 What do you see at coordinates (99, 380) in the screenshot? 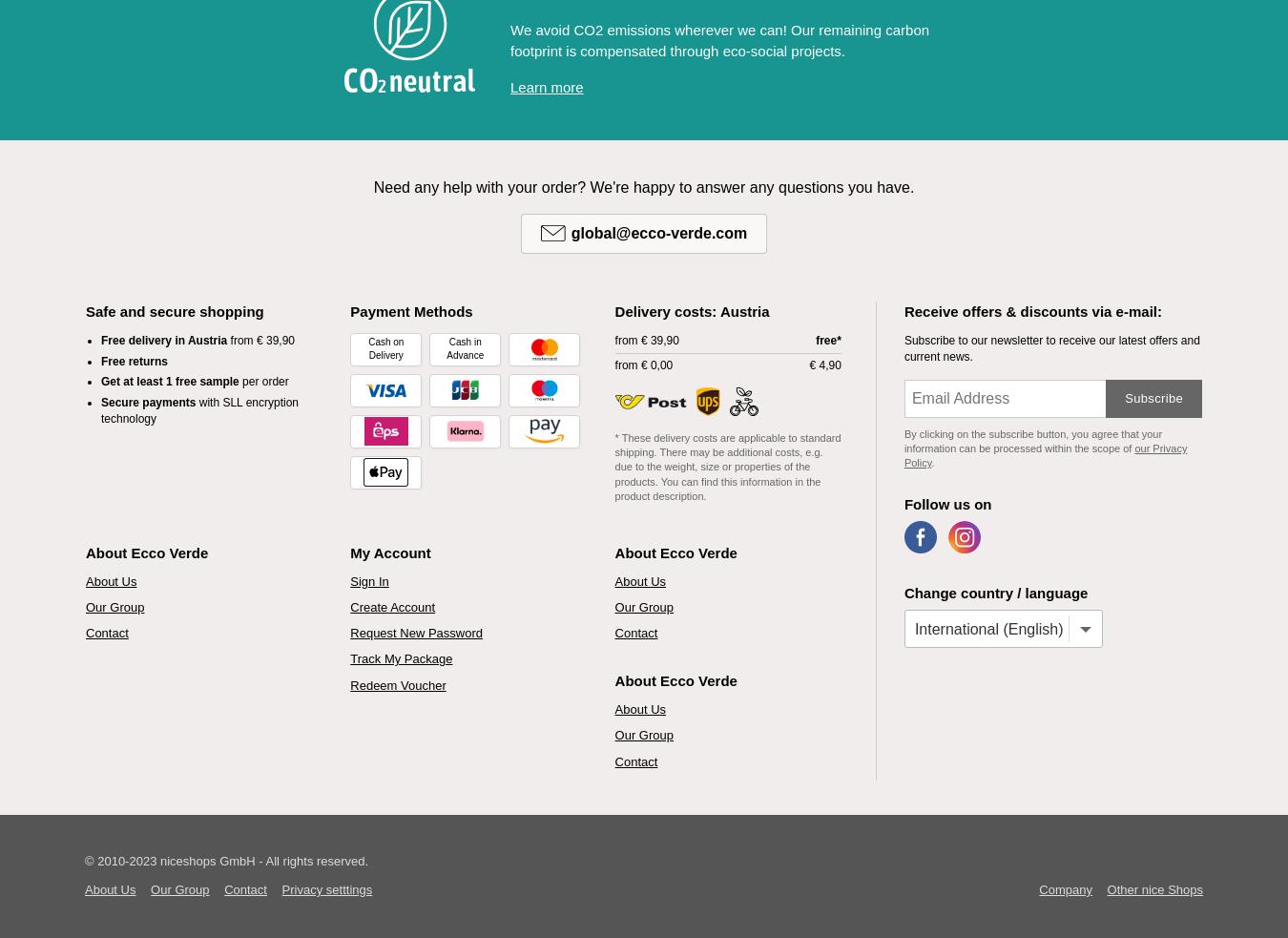
I see `'Get at least 1 free sample'` at bounding box center [99, 380].